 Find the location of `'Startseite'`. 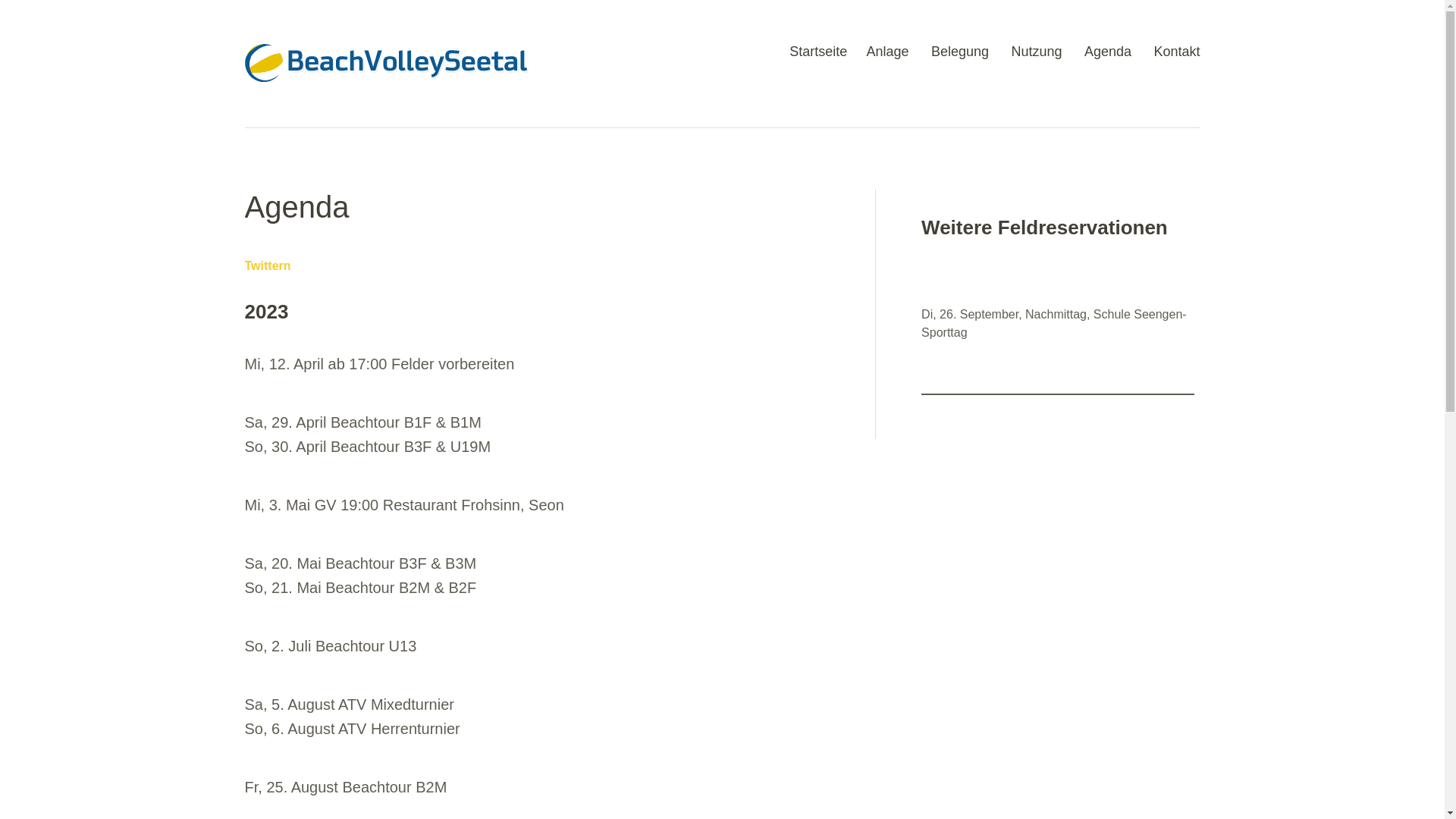

'Startseite' is located at coordinates (817, 58).